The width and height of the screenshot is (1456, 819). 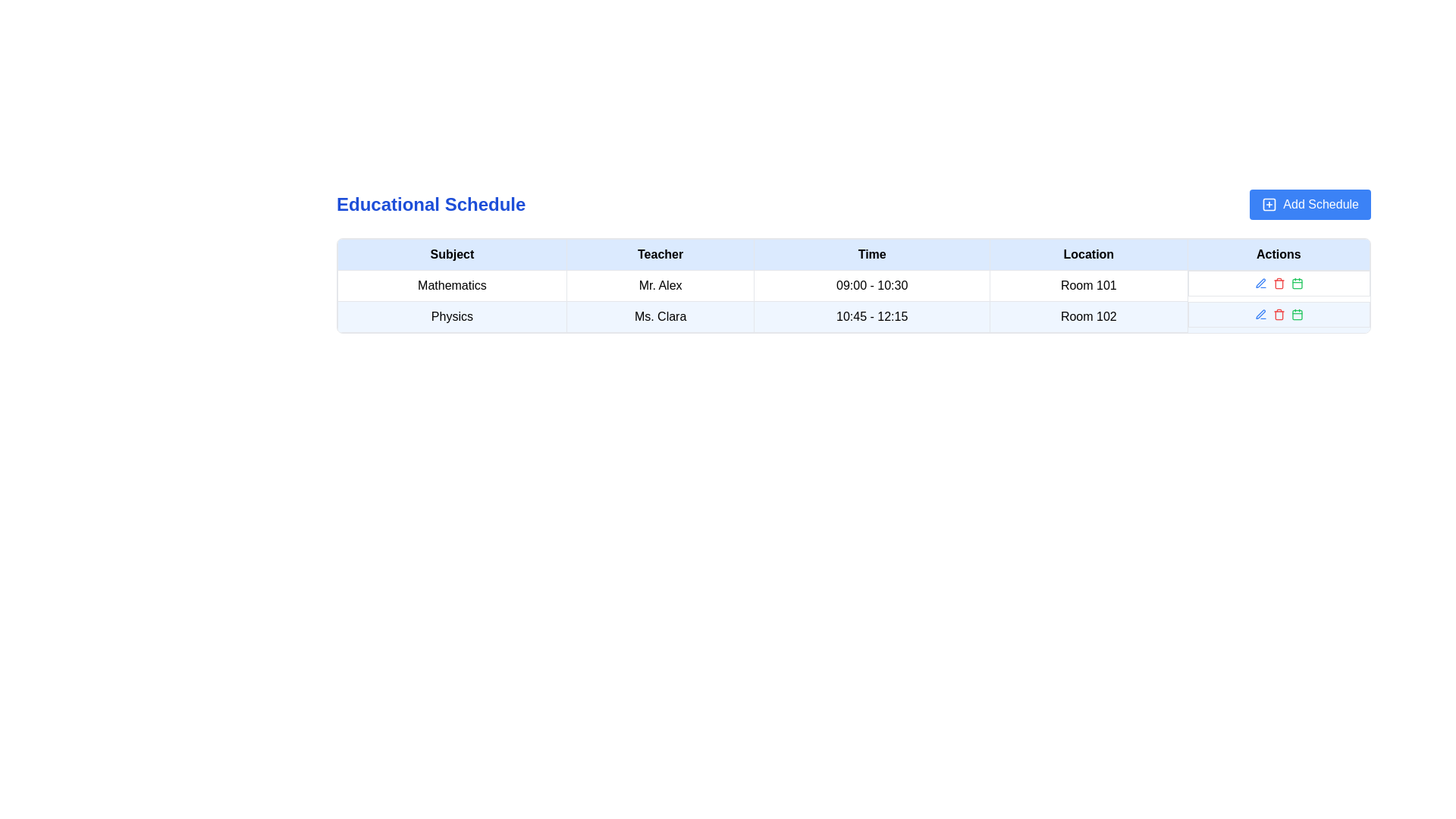 I want to click on the Text Label indicating the teacher's name for the 'Mathematics' course in the first row of the table, so click(x=661, y=286).